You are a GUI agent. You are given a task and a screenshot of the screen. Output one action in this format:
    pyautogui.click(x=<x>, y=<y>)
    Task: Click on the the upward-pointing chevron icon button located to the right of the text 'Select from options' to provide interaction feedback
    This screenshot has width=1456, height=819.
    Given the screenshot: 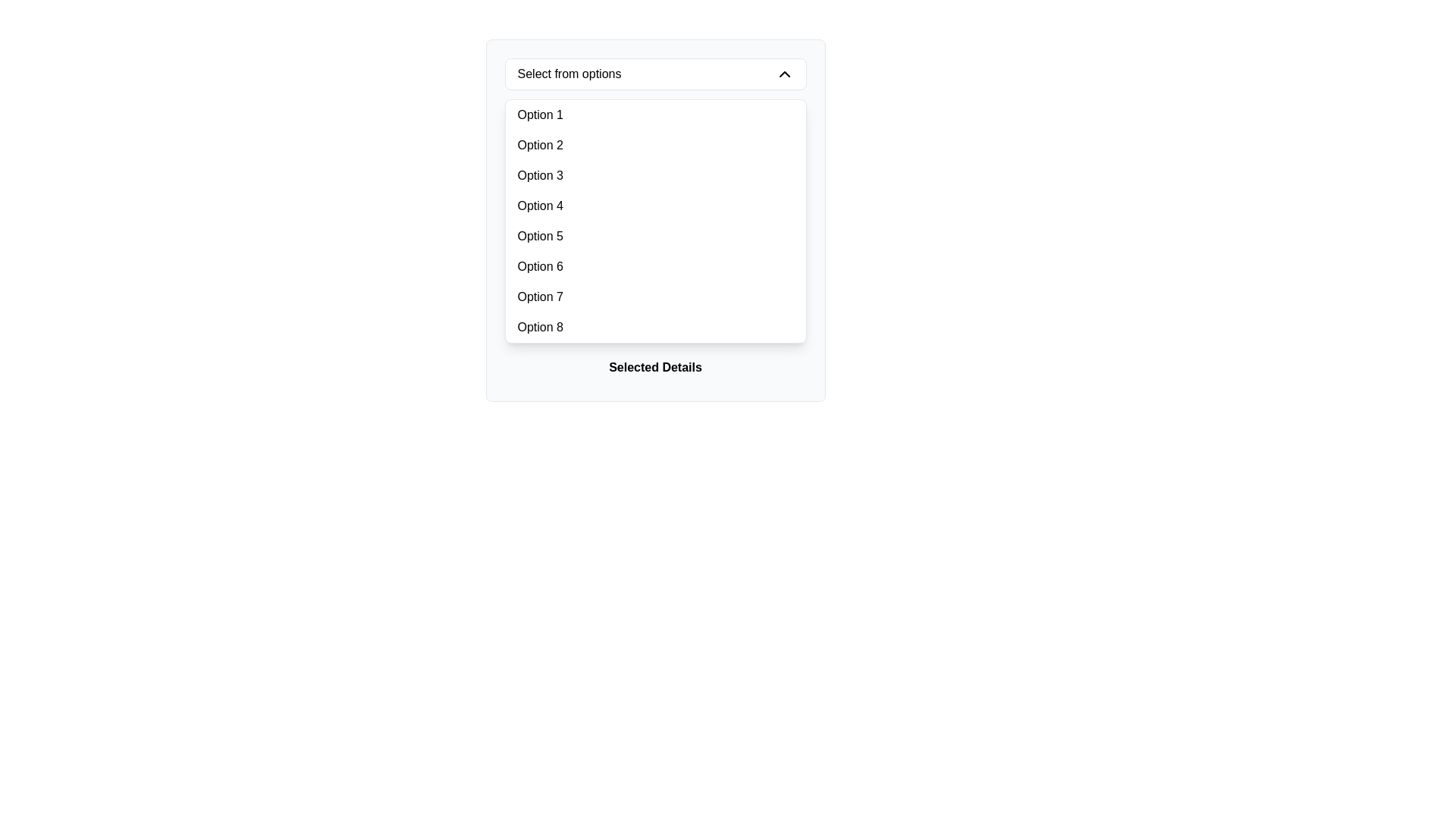 What is the action you would take?
    pyautogui.click(x=784, y=74)
    